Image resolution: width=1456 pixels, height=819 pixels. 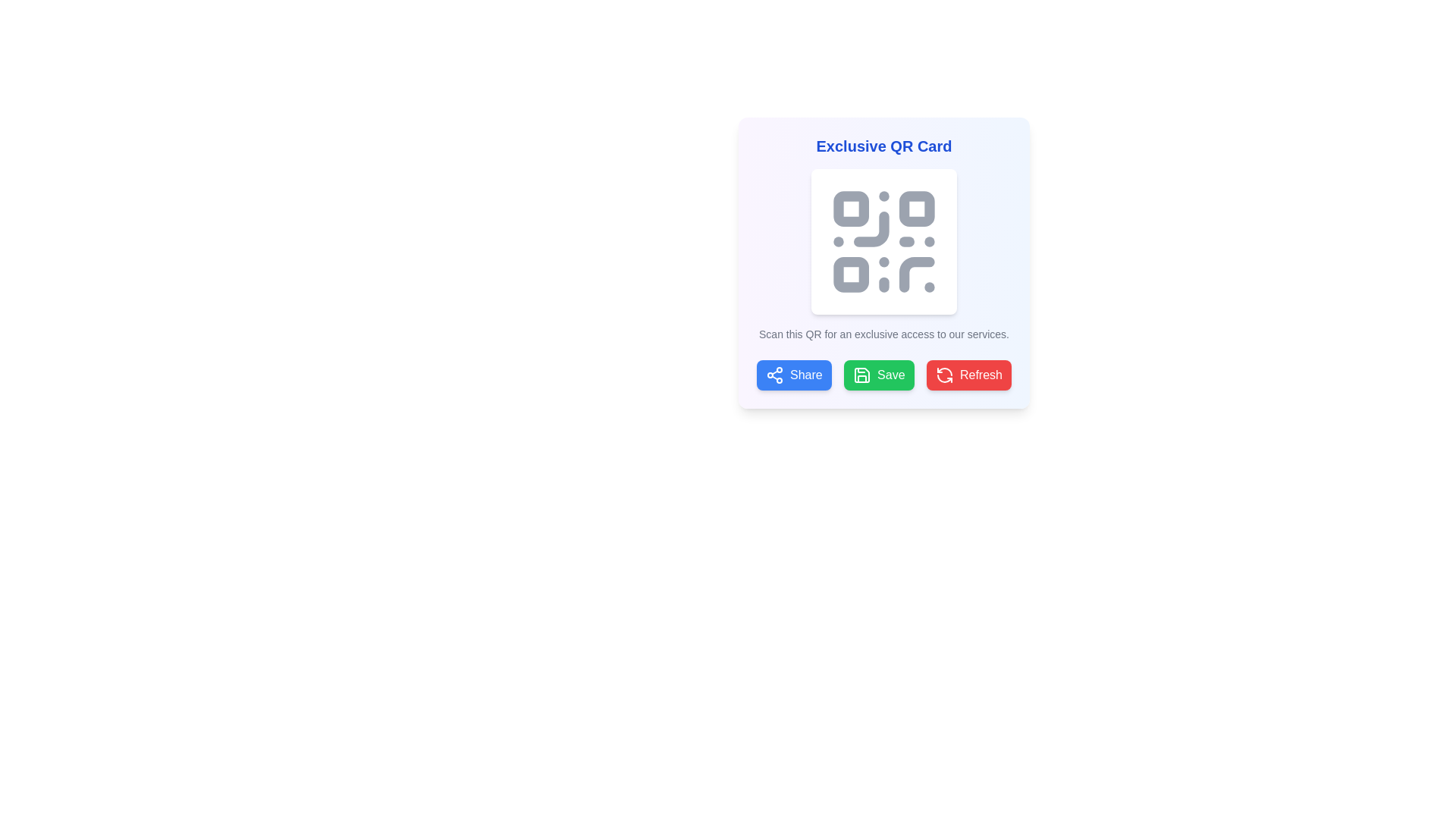 What do you see at coordinates (884, 241) in the screenshot?
I see `the Graphical QR Code element, which is a light gray QR code design within a rounded white card, located under the title 'Exclusive QR Card'` at bounding box center [884, 241].